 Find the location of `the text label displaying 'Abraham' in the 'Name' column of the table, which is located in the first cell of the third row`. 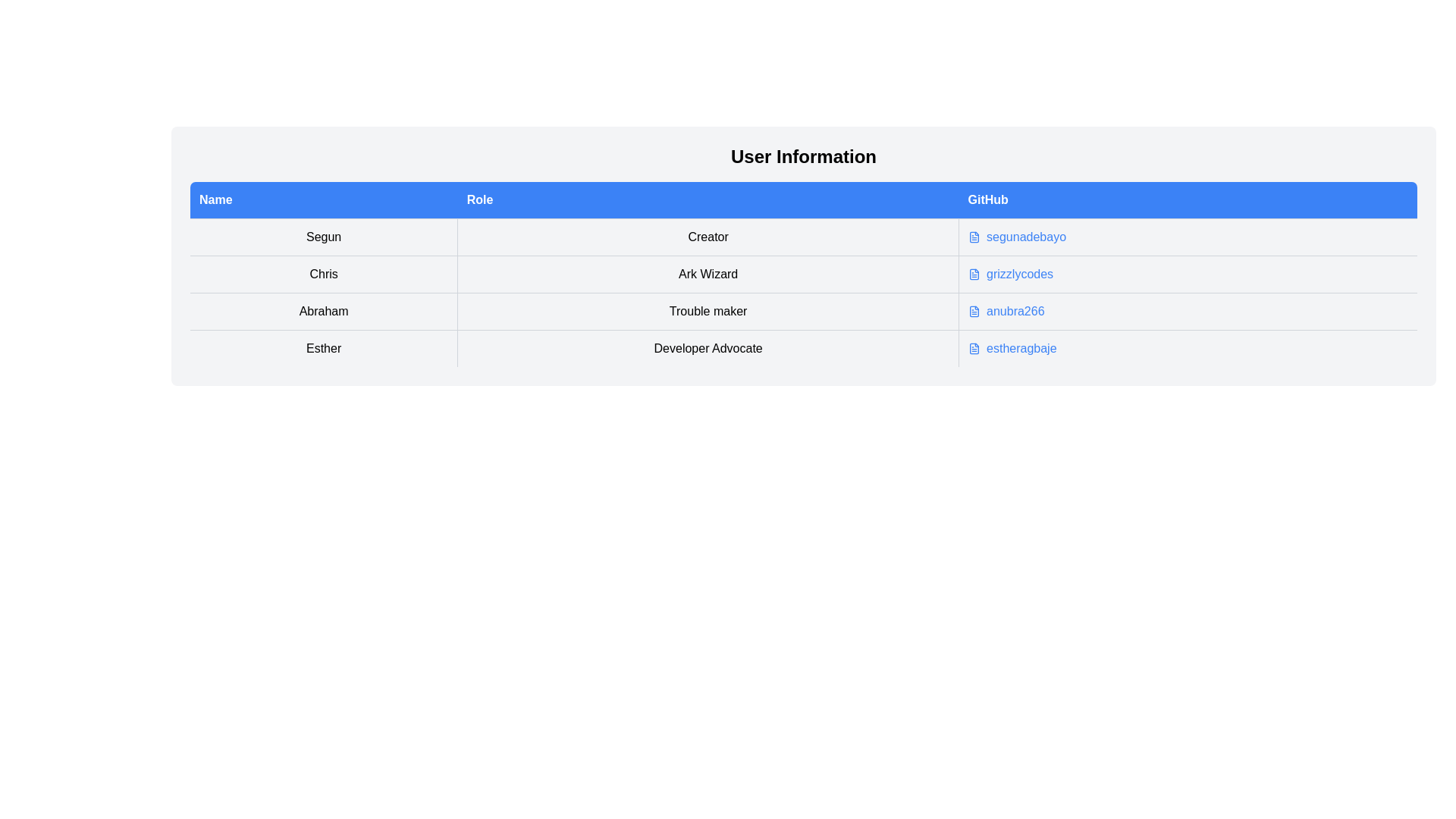

the text label displaying 'Abraham' in the 'Name' column of the table, which is located in the first cell of the third row is located at coordinates (323, 311).